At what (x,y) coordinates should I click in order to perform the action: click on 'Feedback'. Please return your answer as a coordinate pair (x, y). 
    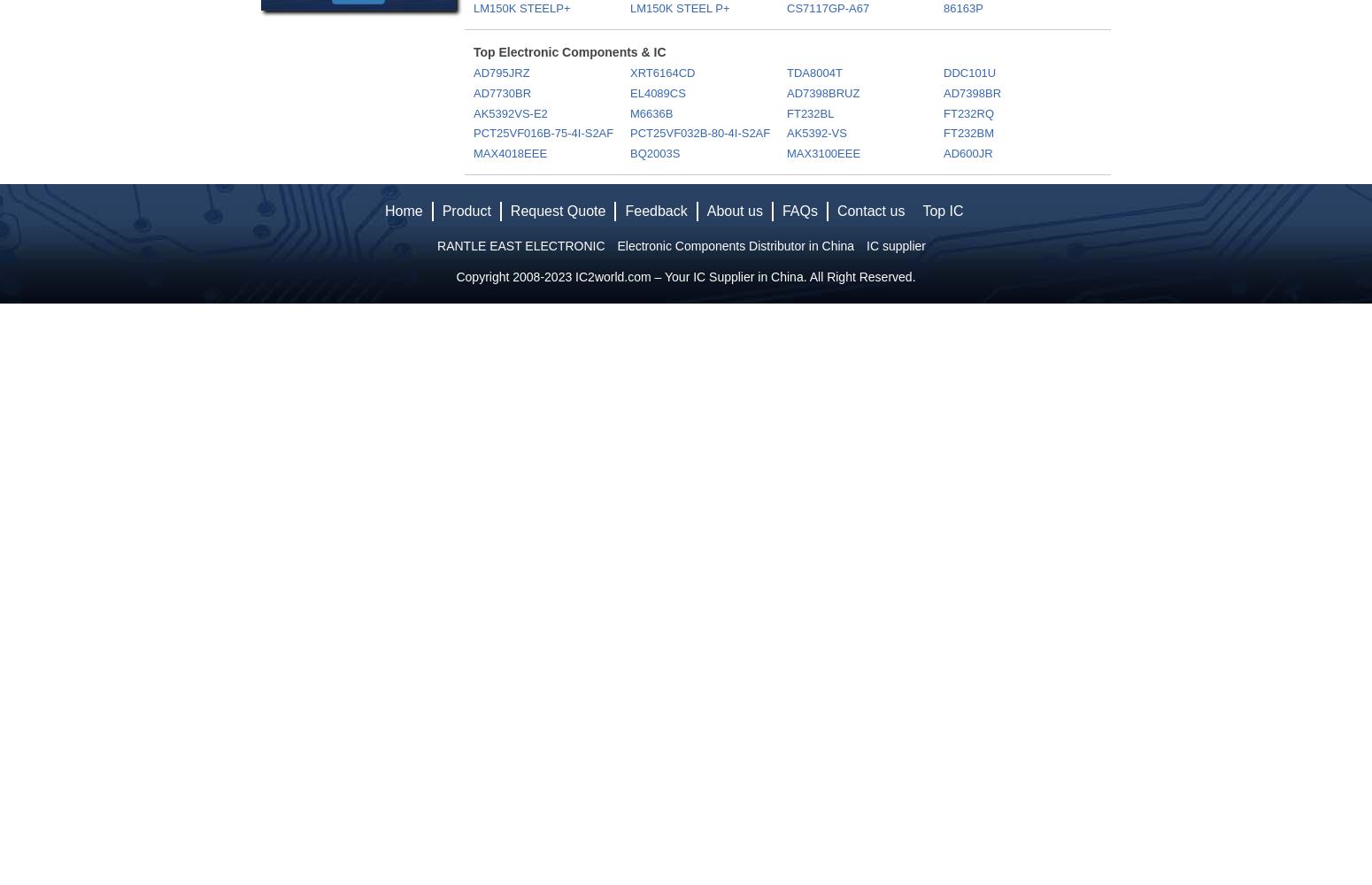
    Looking at the image, I should click on (625, 210).